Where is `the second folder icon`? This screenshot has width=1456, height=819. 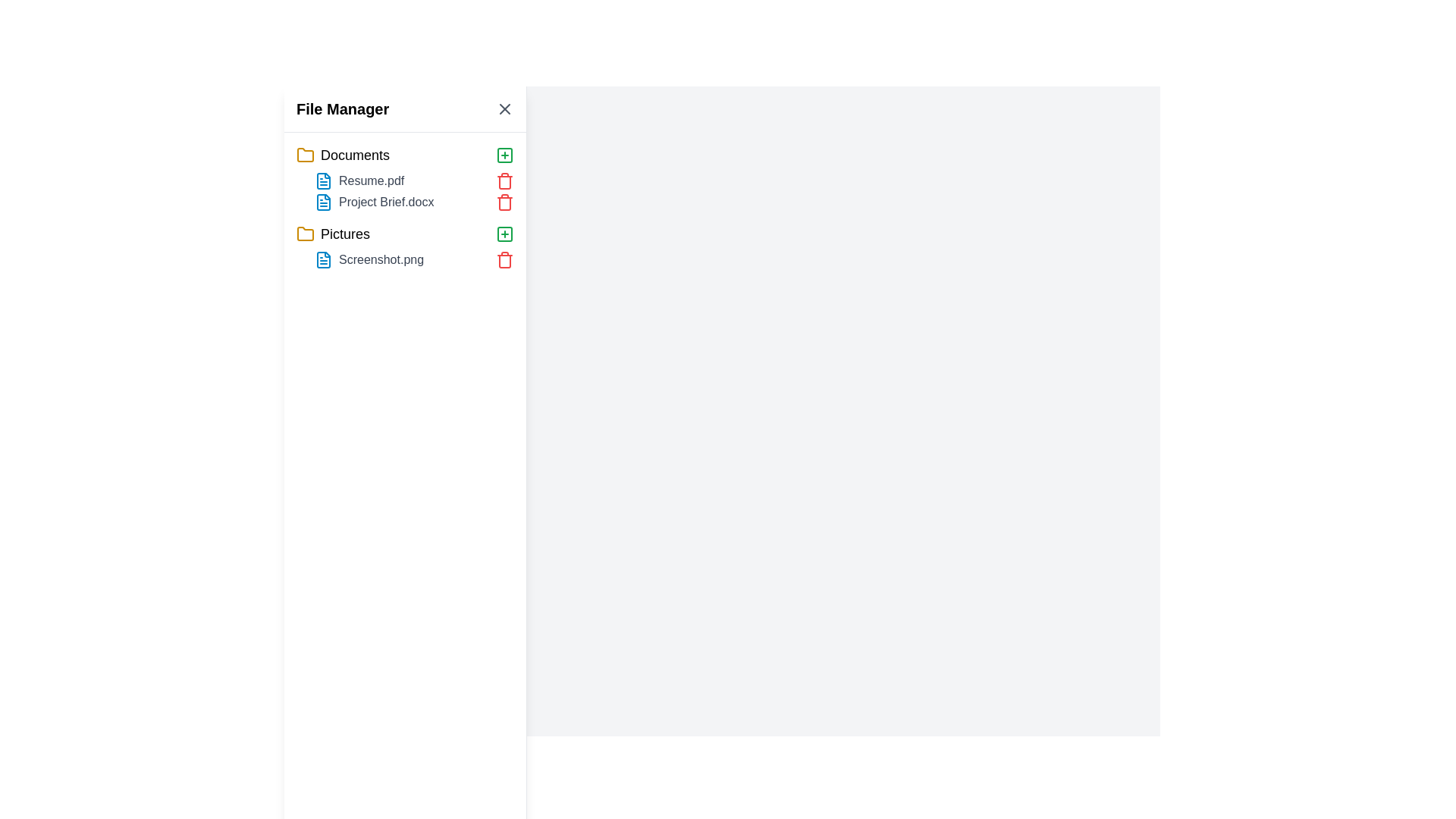 the second folder icon is located at coordinates (305, 234).